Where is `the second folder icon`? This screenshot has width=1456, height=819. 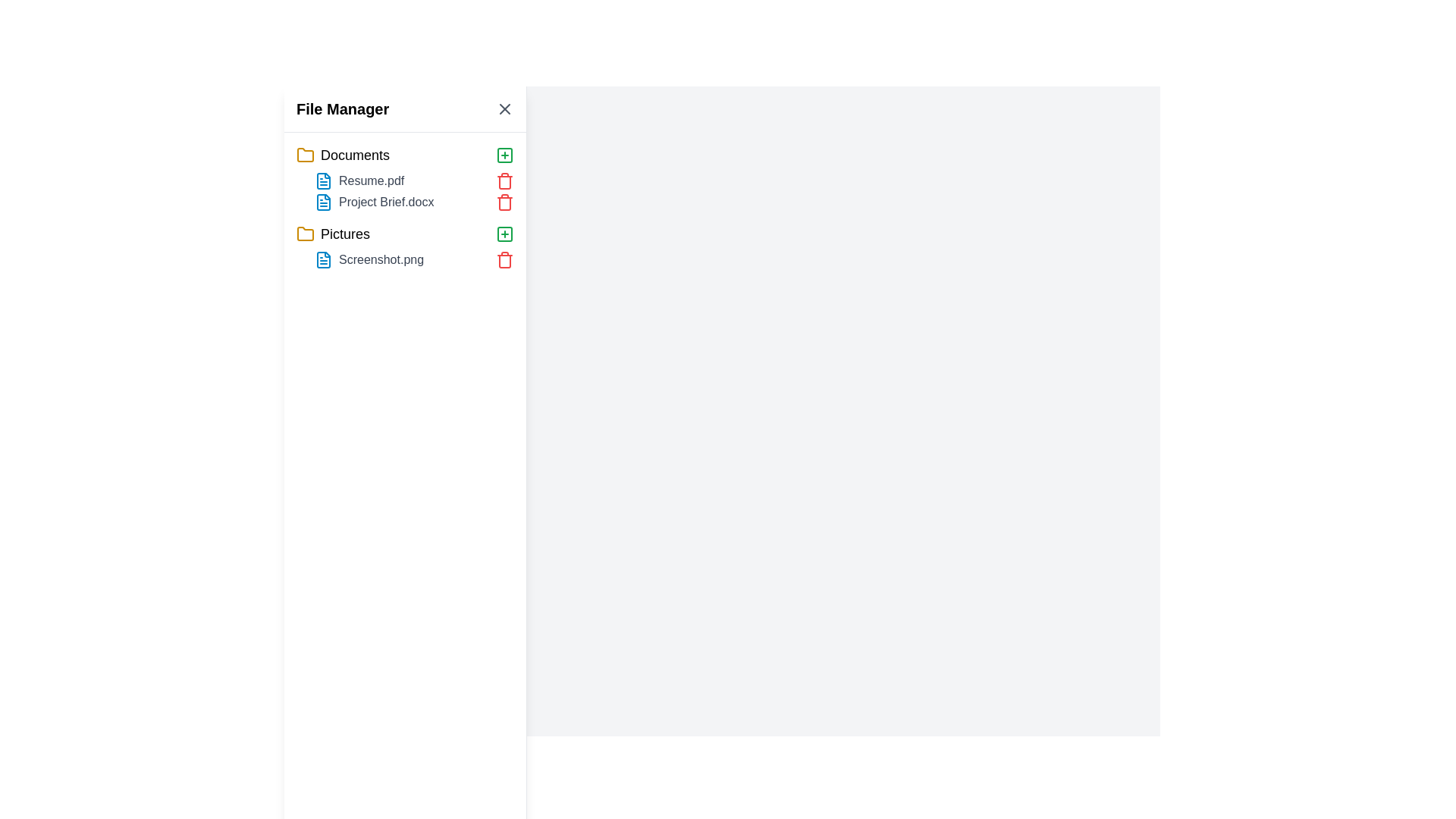 the second folder icon is located at coordinates (305, 234).